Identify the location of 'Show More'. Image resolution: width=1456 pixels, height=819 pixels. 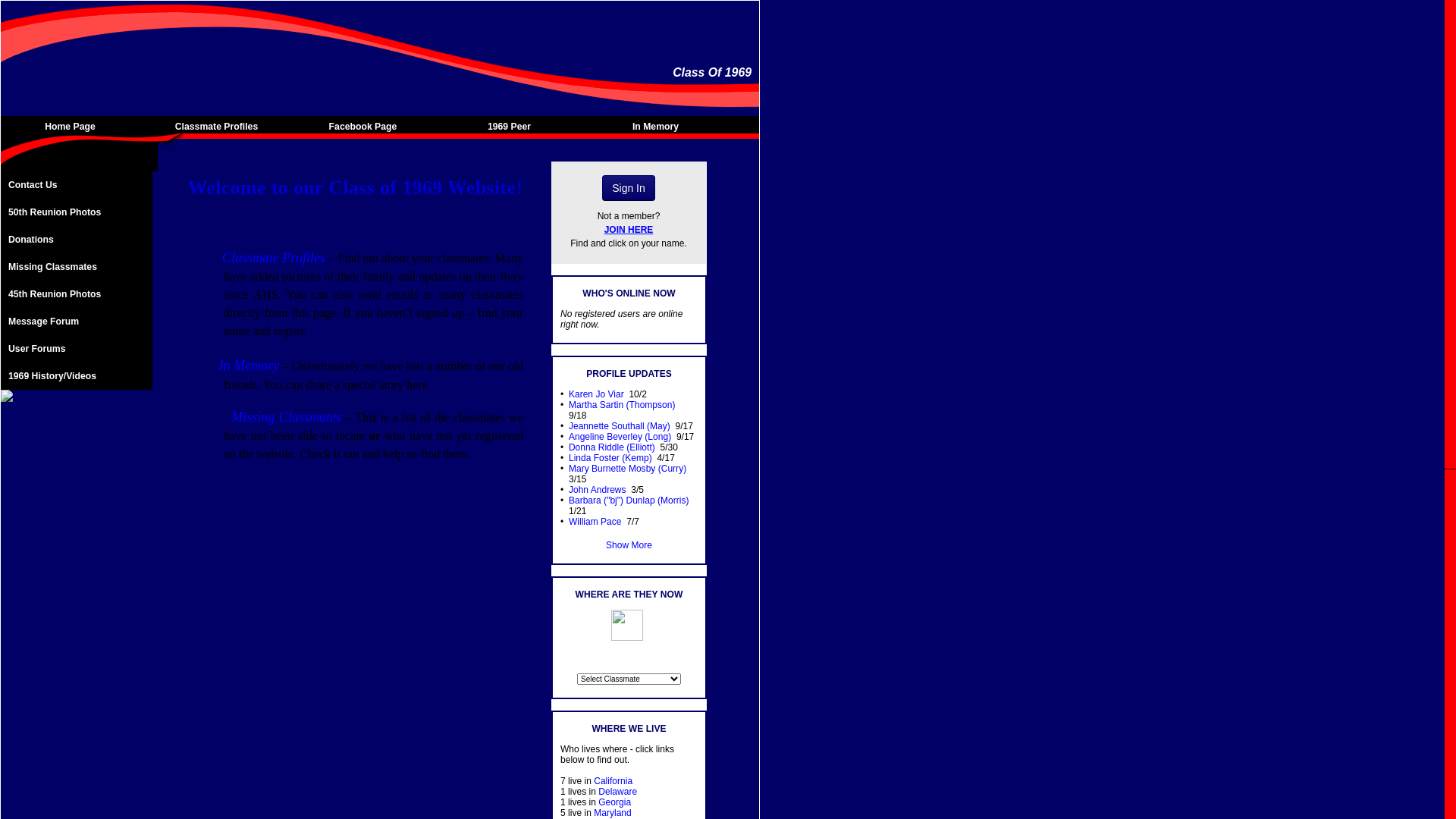
(629, 544).